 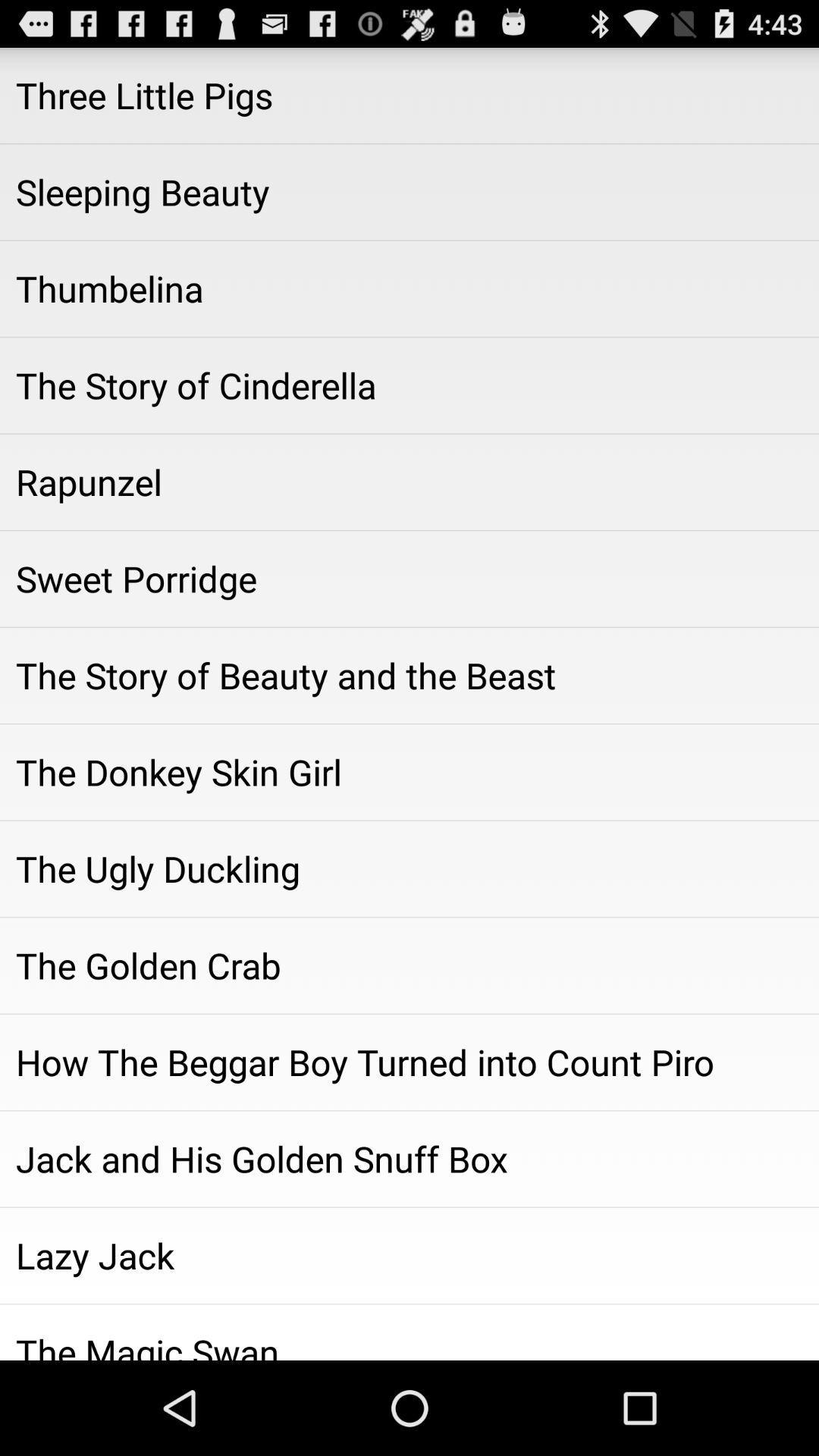 I want to click on jack and his icon, so click(x=409, y=1158).